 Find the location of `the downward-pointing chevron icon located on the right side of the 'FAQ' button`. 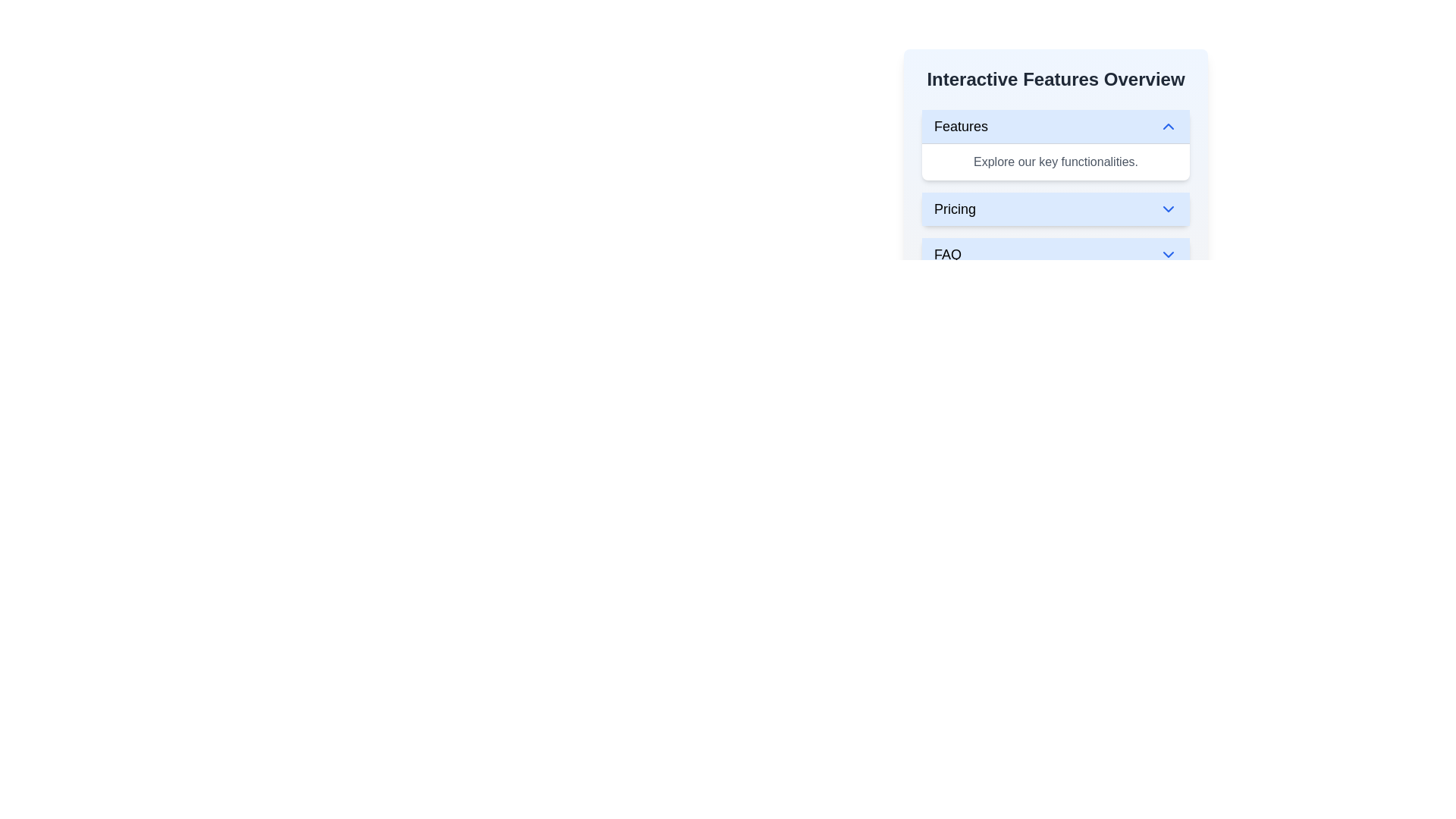

the downward-pointing chevron icon located on the right side of the 'FAQ' button is located at coordinates (1167, 253).